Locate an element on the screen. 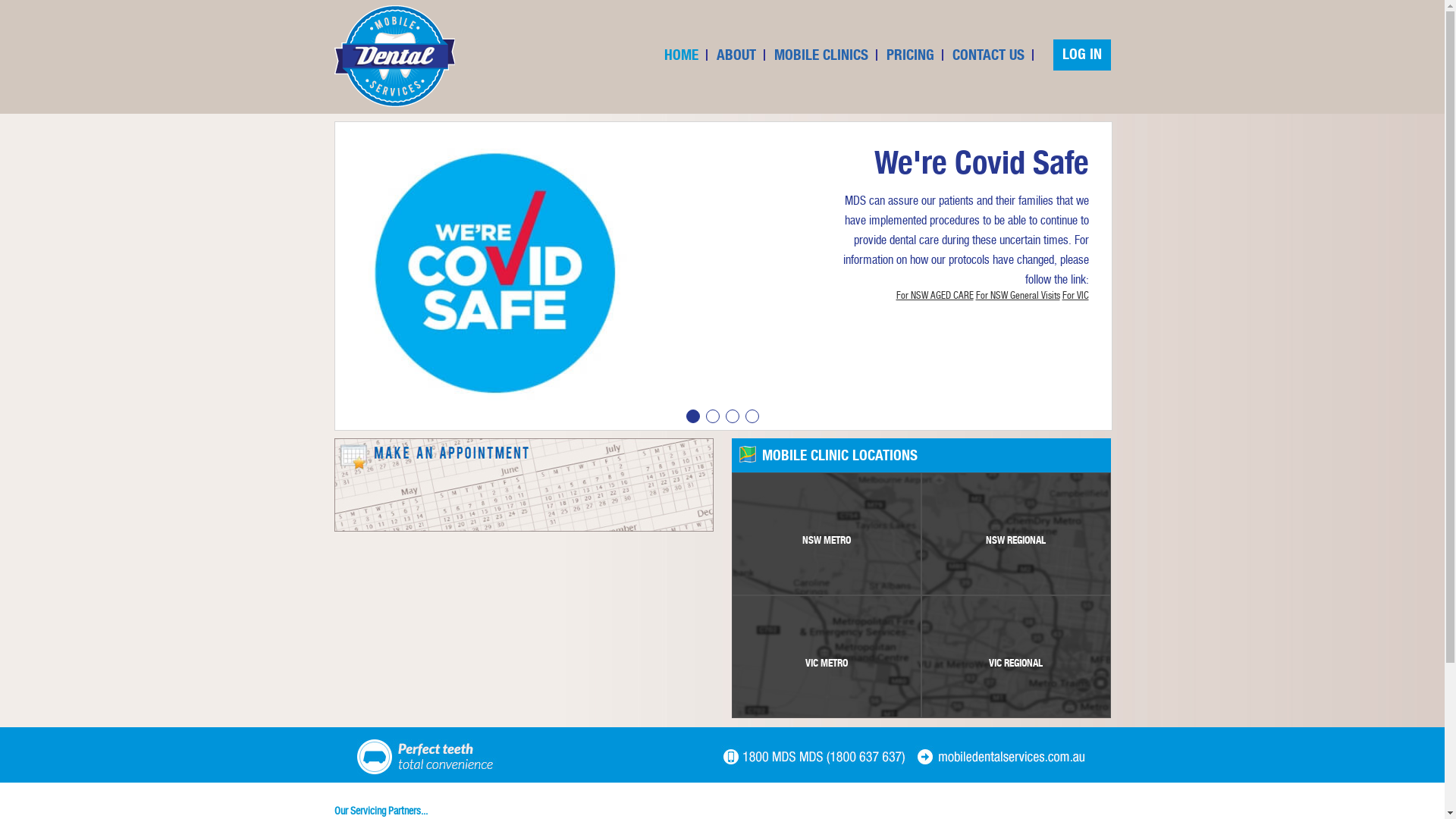  'VIC REGIONAL' is located at coordinates (1015, 656).